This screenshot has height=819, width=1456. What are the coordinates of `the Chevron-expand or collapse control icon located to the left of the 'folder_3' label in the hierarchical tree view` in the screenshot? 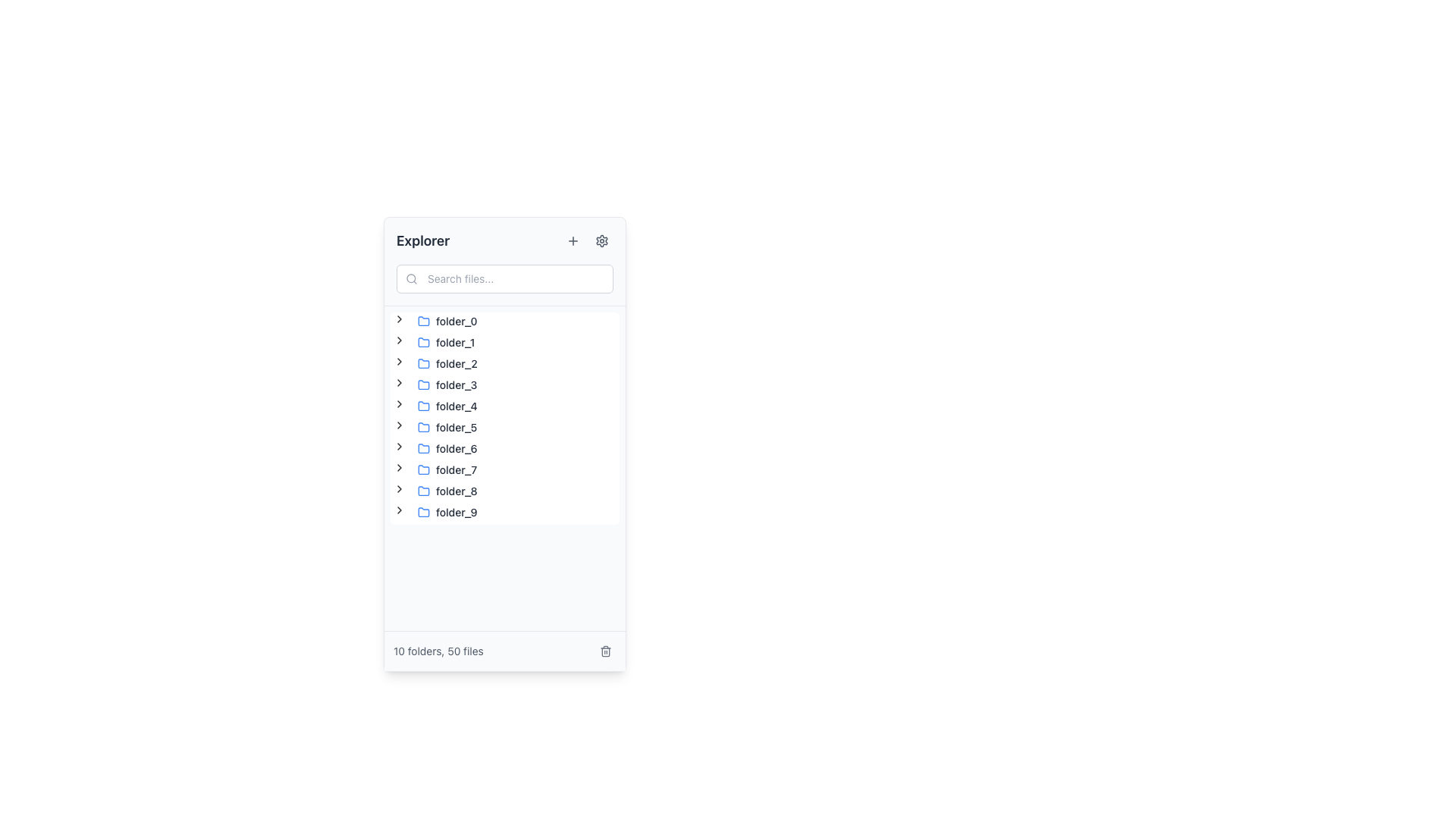 It's located at (400, 382).